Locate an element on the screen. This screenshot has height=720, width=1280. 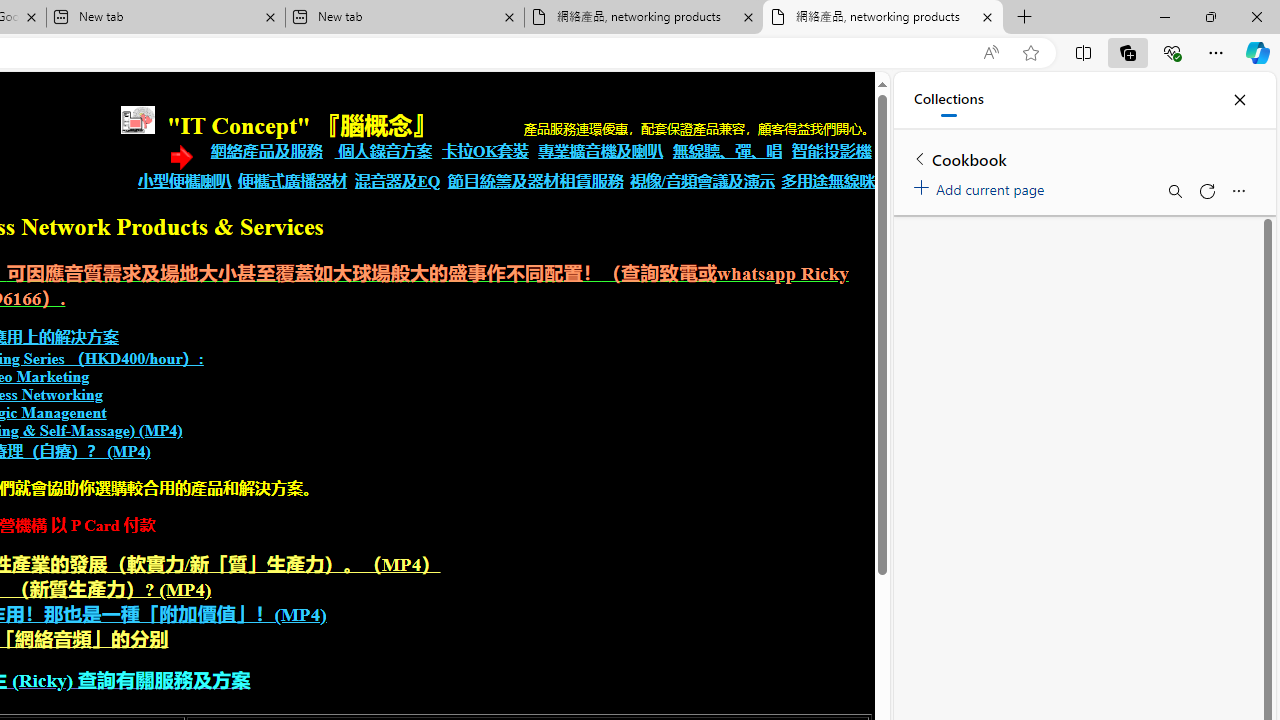
'Add current page' is located at coordinates (983, 186).